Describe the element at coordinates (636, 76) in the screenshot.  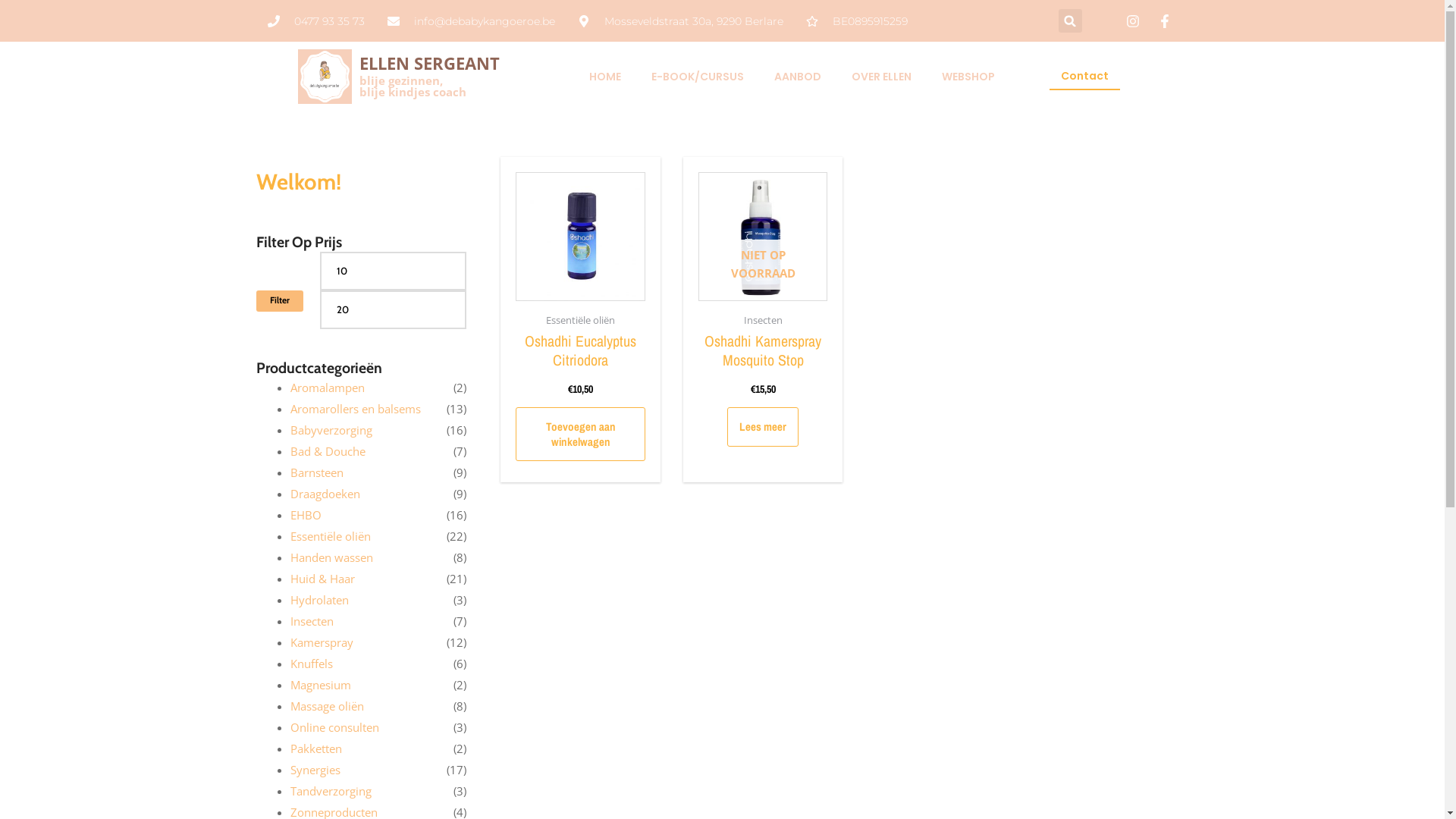
I see `'E-BOOK/CURSUS'` at that location.